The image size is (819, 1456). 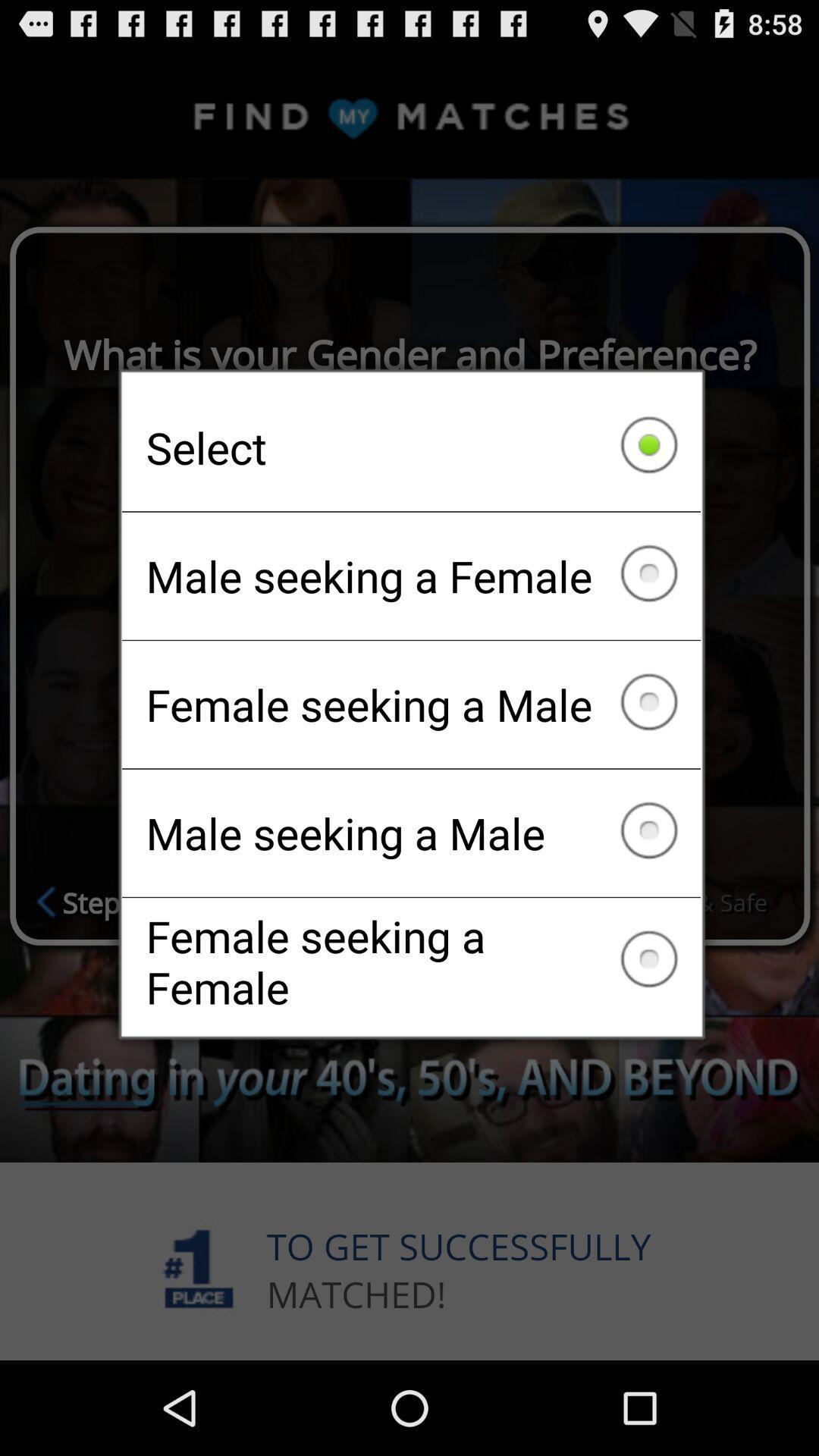 What do you see at coordinates (411, 447) in the screenshot?
I see `select` at bounding box center [411, 447].